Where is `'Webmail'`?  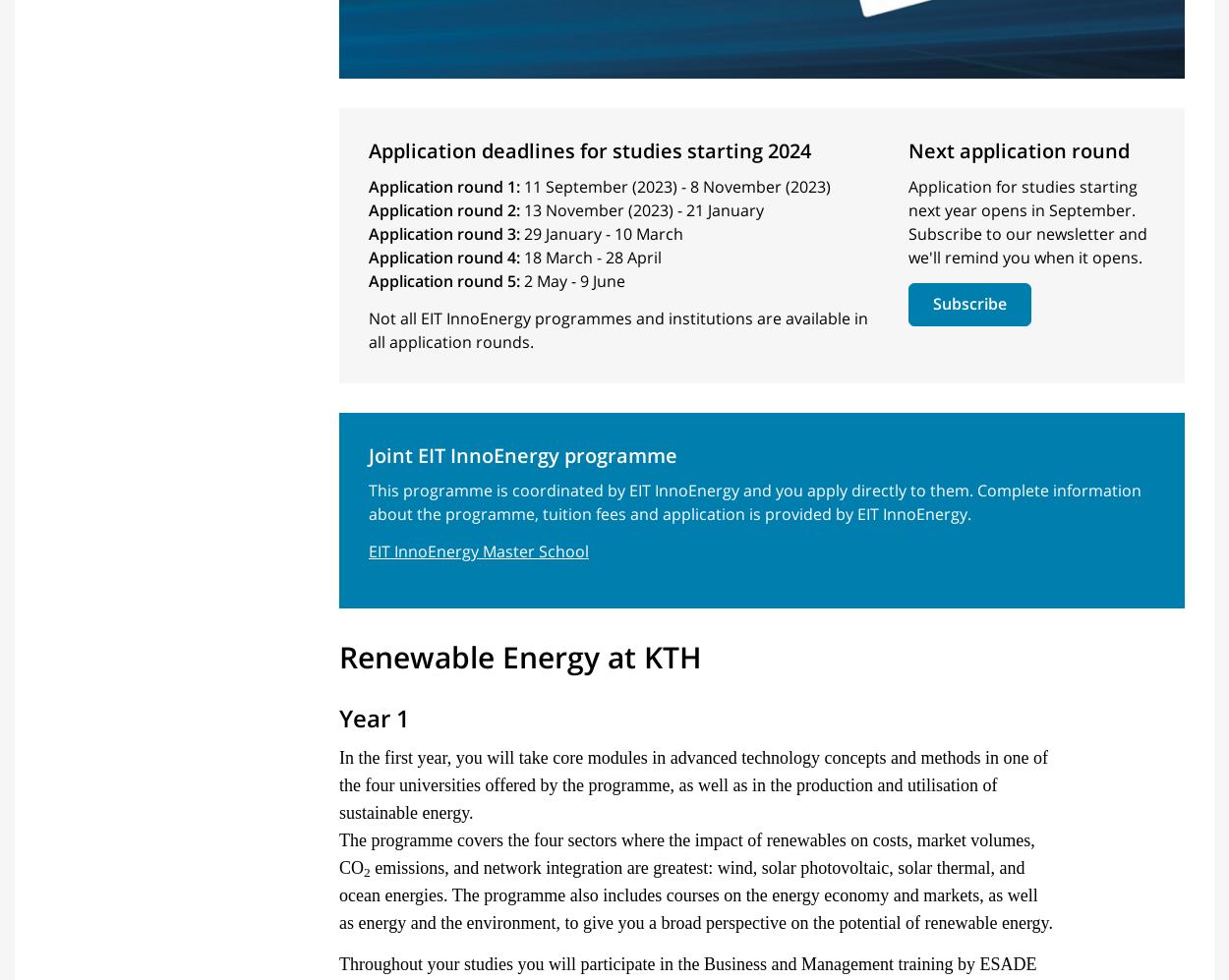
'Webmail' is located at coordinates (659, 764).